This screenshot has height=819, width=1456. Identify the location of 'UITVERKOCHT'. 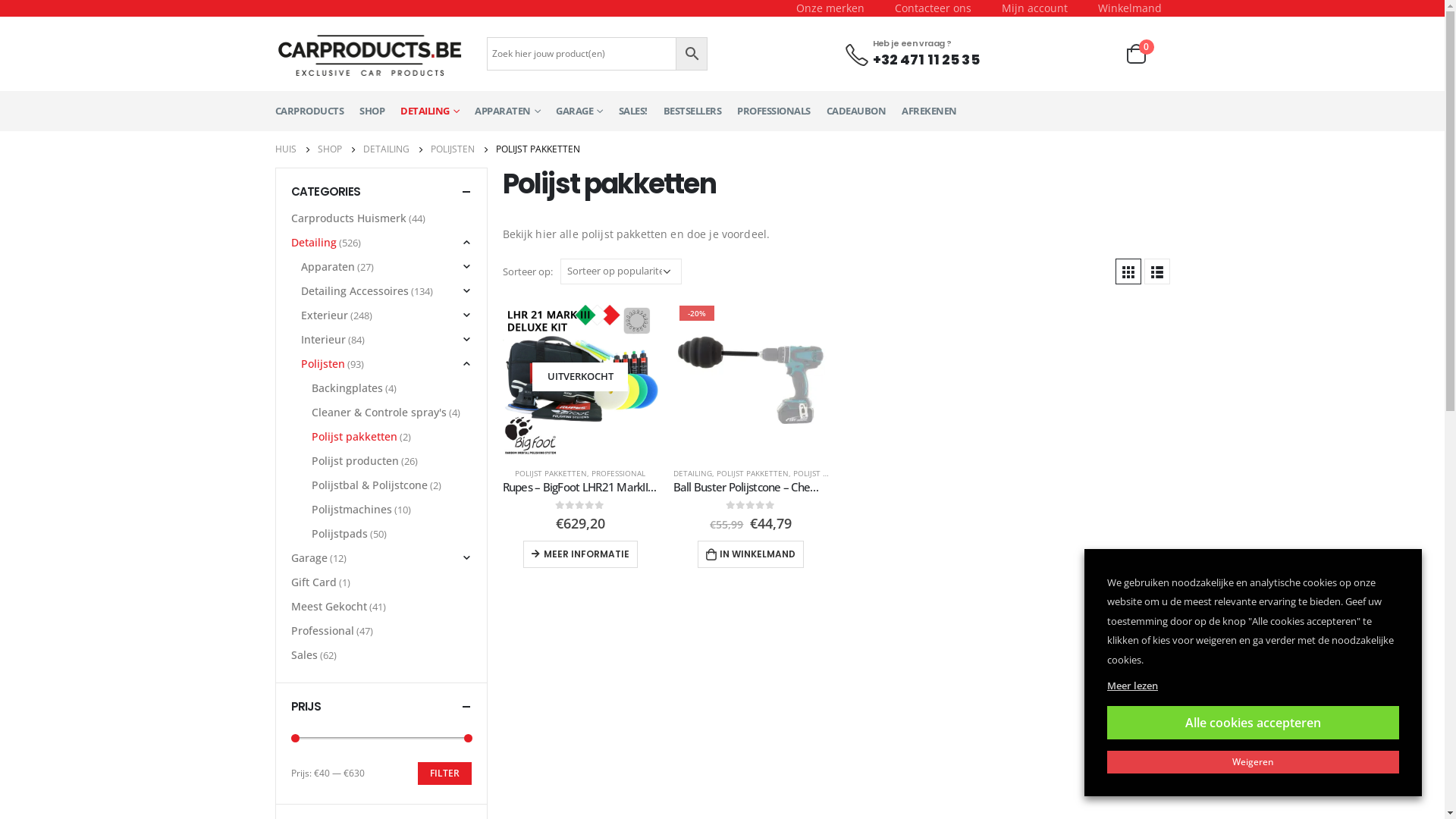
(579, 376).